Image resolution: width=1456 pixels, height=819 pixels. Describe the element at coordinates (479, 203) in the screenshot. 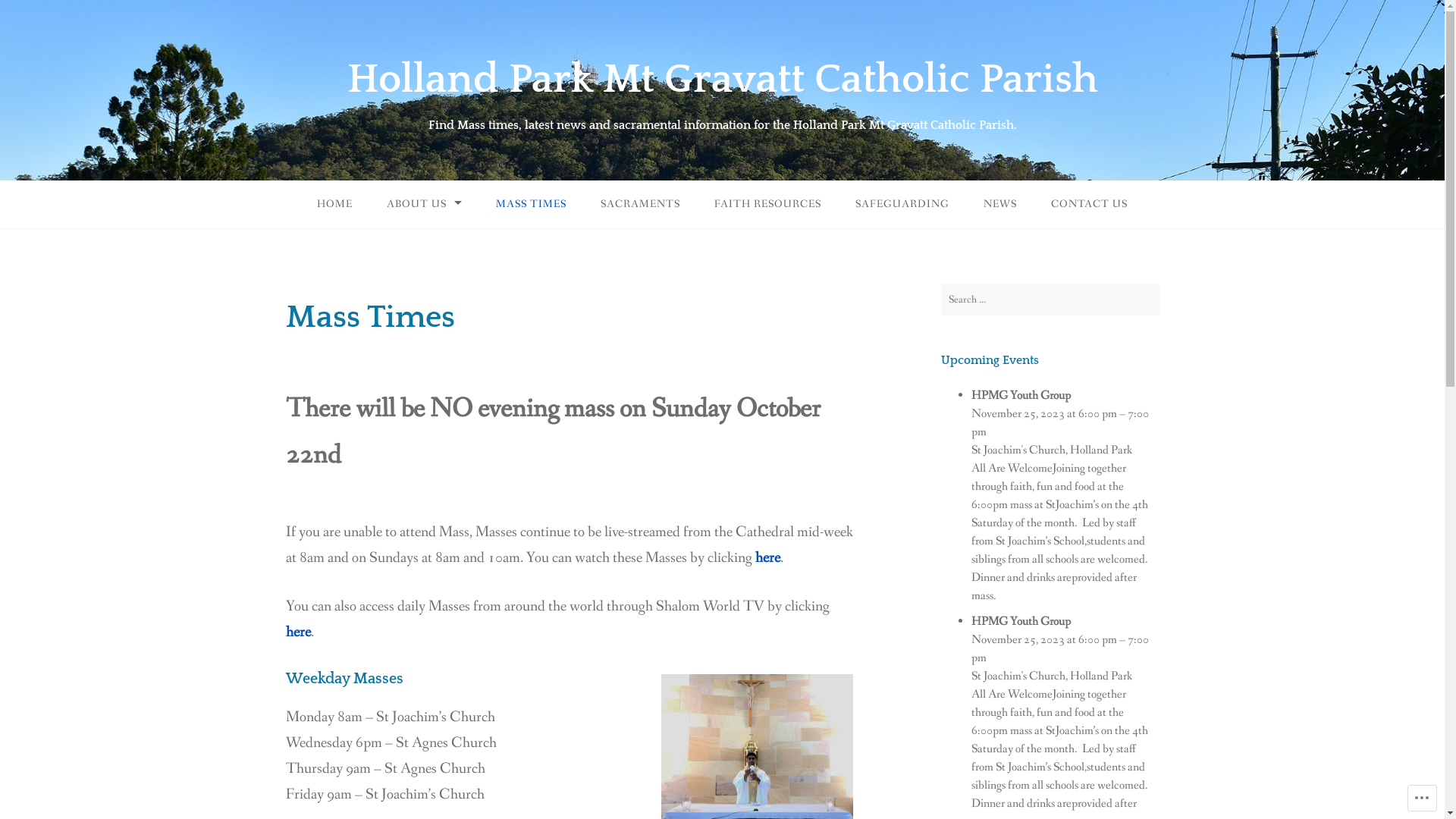

I see `'MASS TIMES'` at that location.